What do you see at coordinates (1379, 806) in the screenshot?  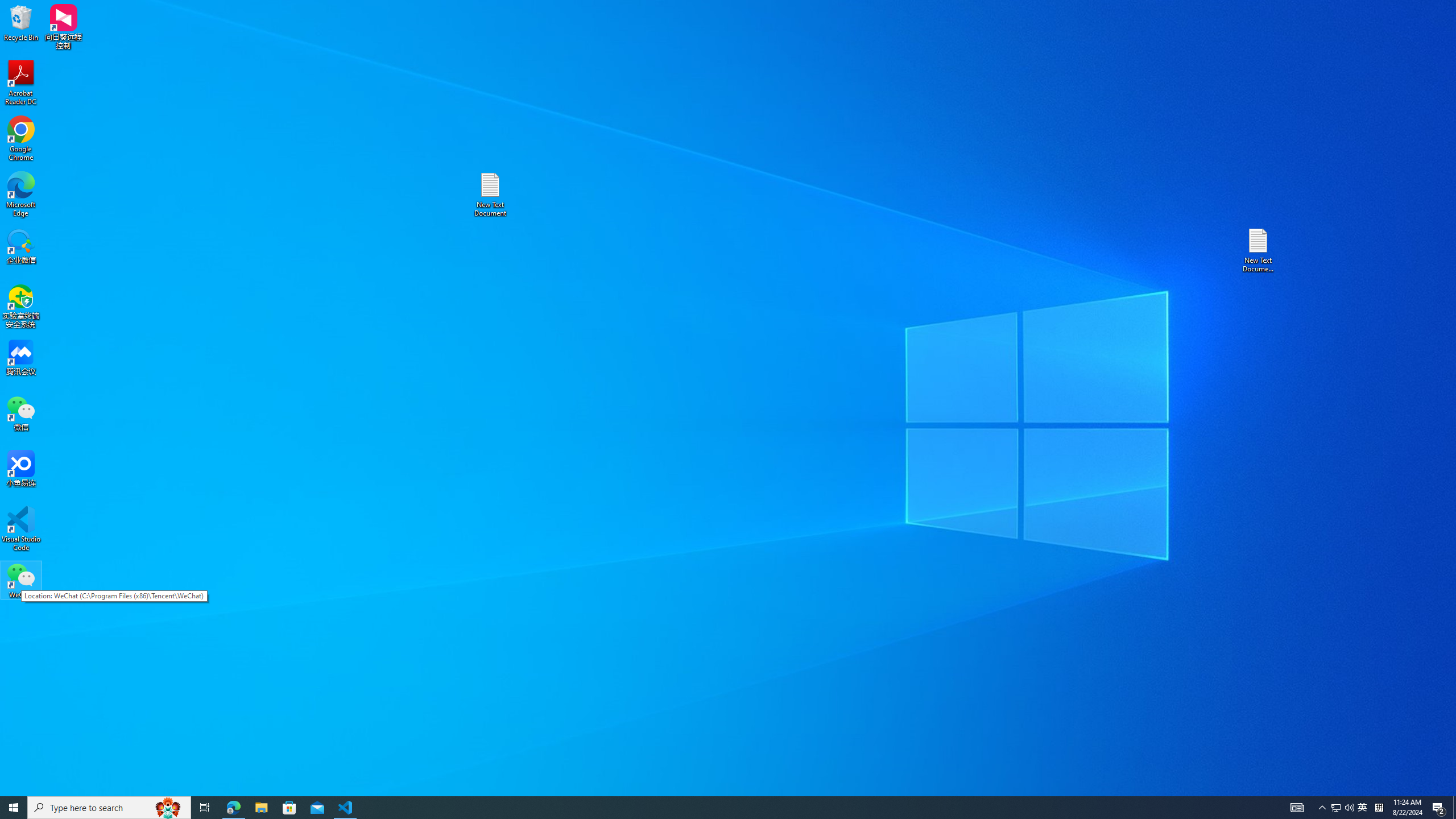 I see `'Tray Input Indicator - Chinese (Simplified, China)'` at bounding box center [1379, 806].